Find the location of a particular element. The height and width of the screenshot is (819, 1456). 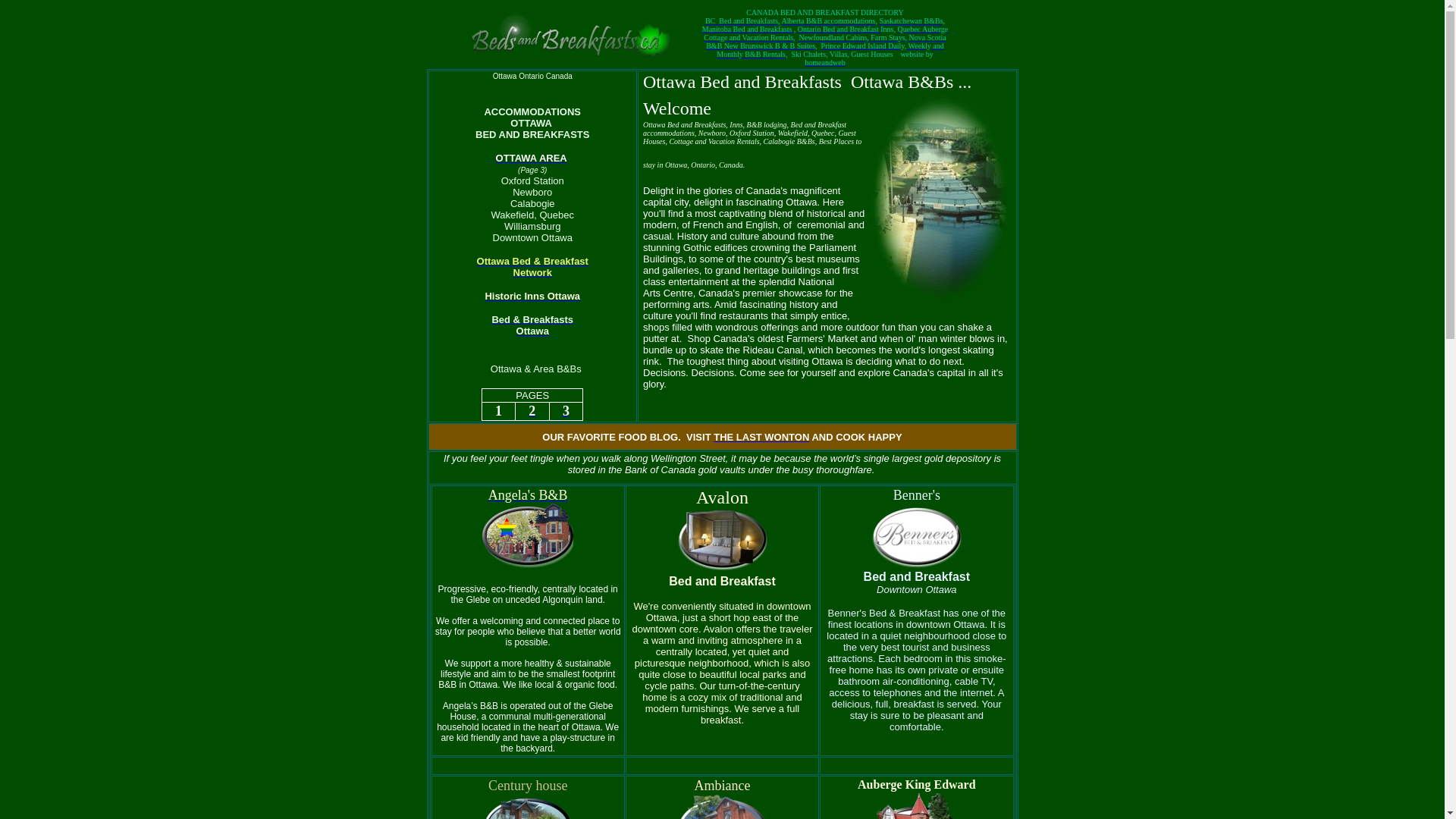

'homeandweb' is located at coordinates (824, 61).